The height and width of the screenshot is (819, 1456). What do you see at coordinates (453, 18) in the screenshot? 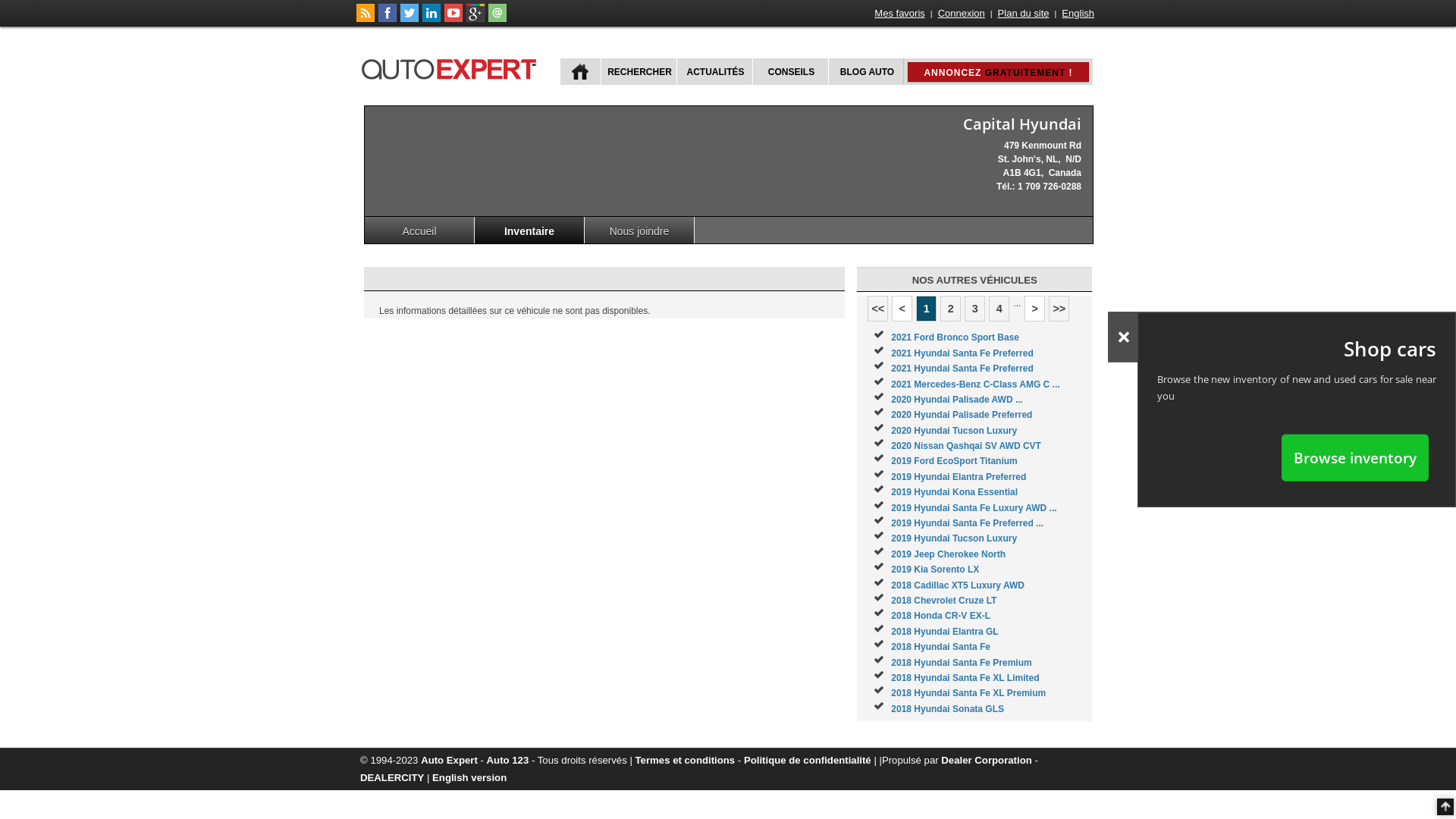
I see `'Suivez autoExpert.ca sur Youtube'` at bounding box center [453, 18].